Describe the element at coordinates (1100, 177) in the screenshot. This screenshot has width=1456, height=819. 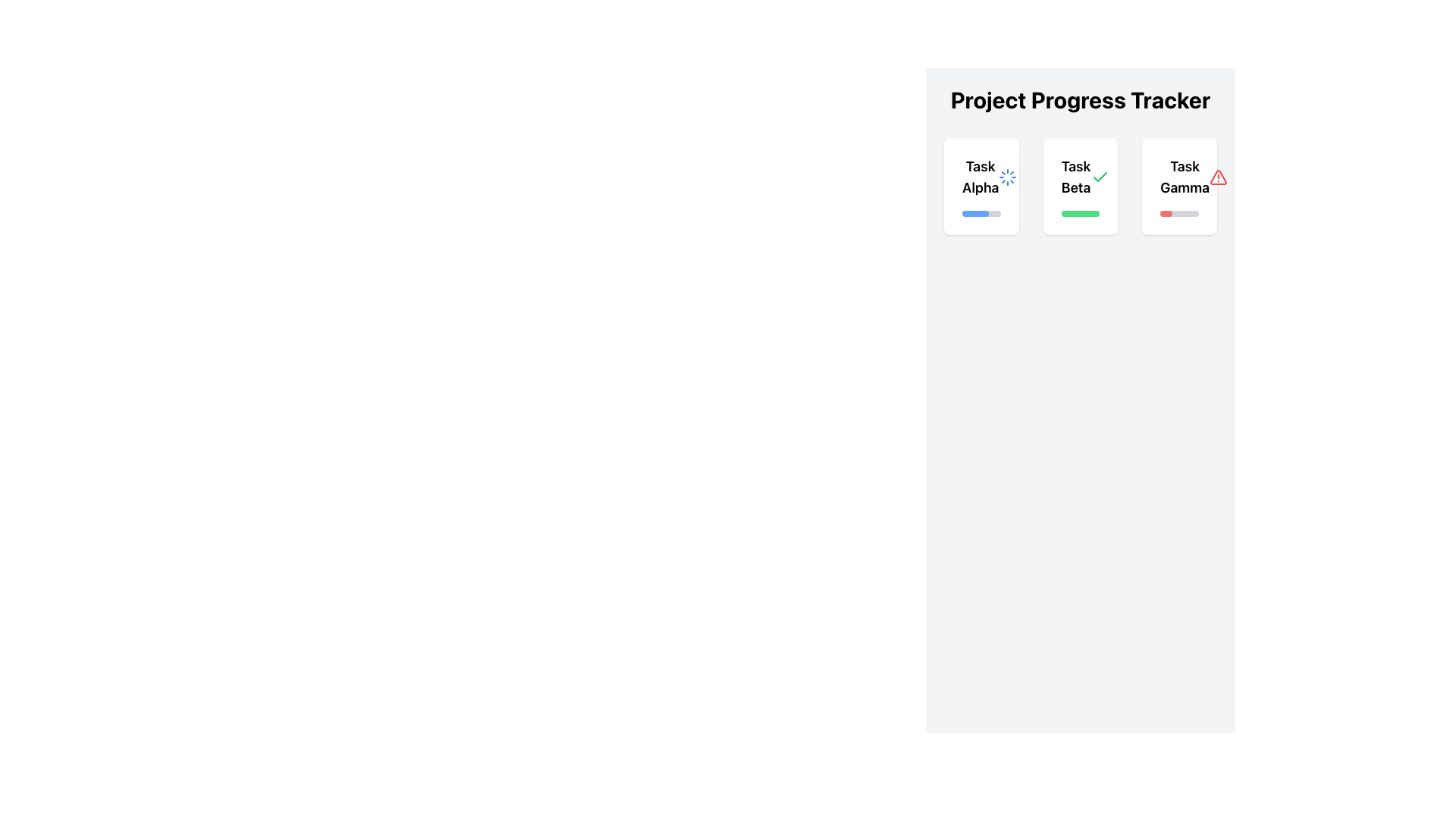
I see `the success status icon located under the title 'Task Beta'` at that location.